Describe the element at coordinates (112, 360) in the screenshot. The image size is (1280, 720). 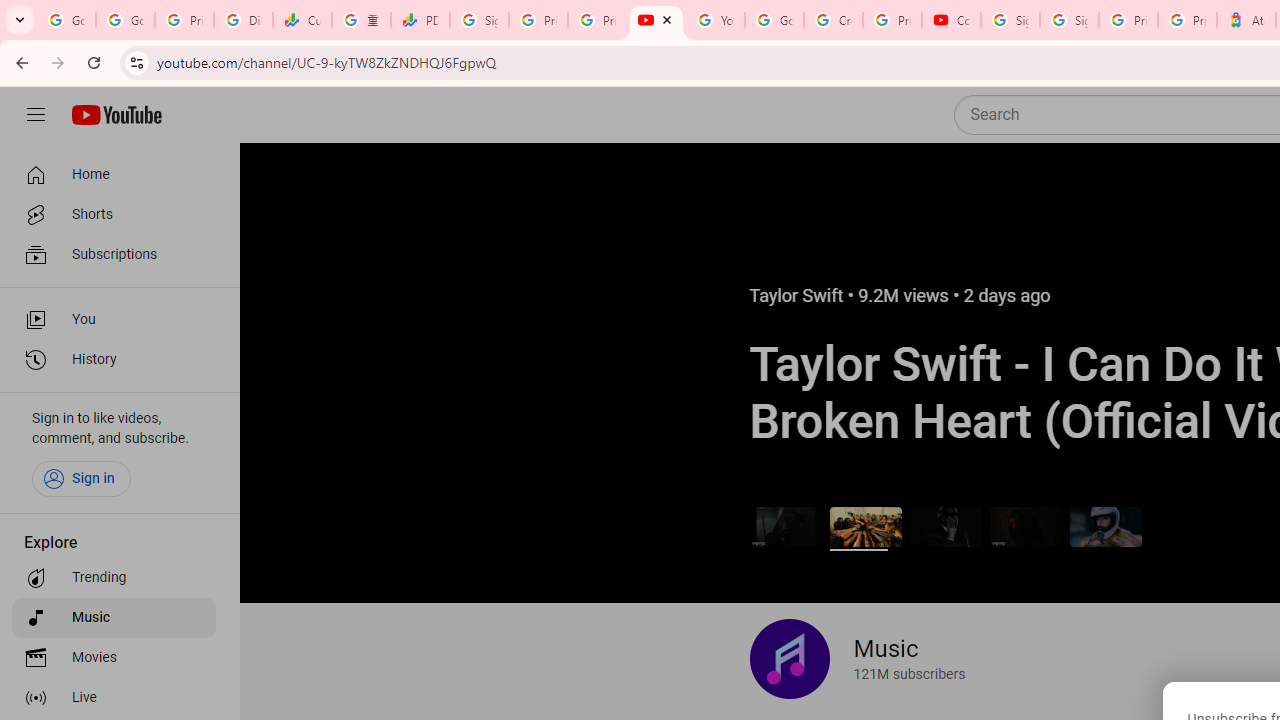
I see `'History'` at that location.